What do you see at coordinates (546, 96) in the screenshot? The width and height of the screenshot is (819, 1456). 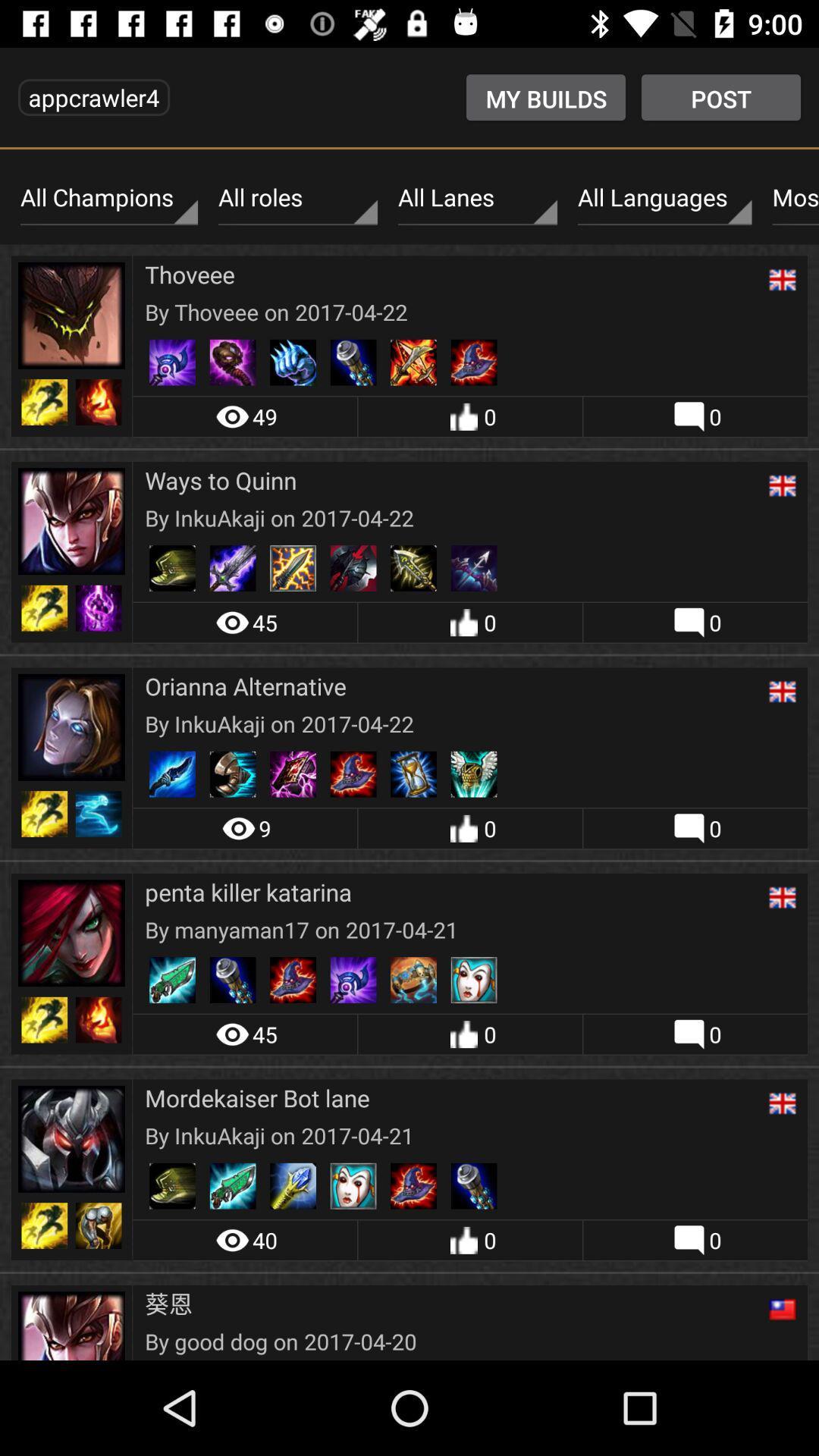 I see `the icon to the left of the post item` at bounding box center [546, 96].